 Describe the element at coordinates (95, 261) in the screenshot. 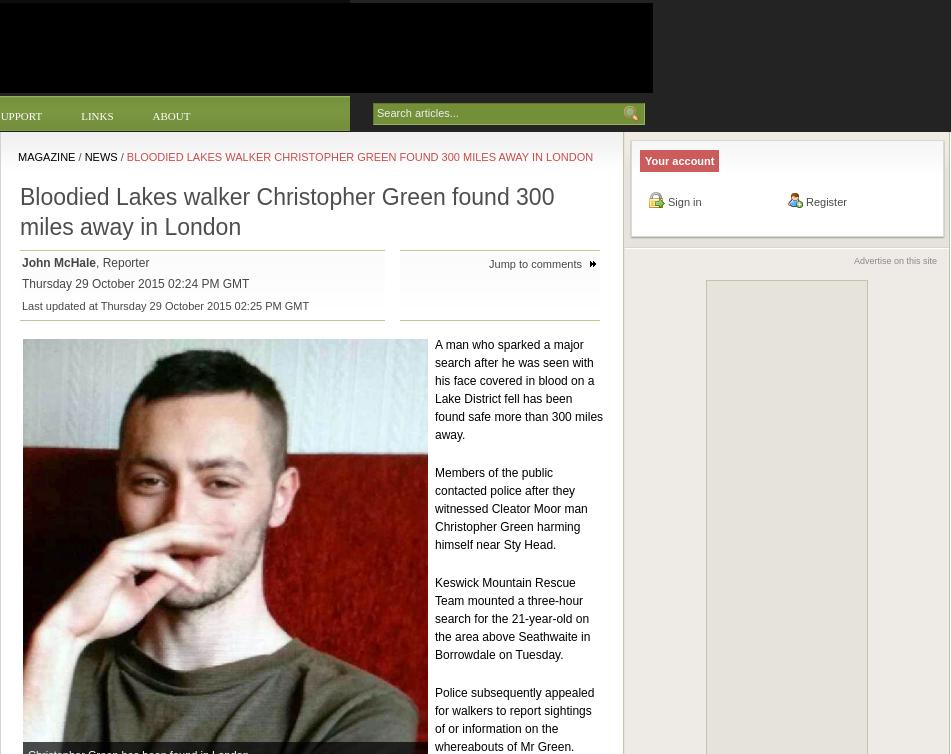

I see `', Reporter'` at that location.